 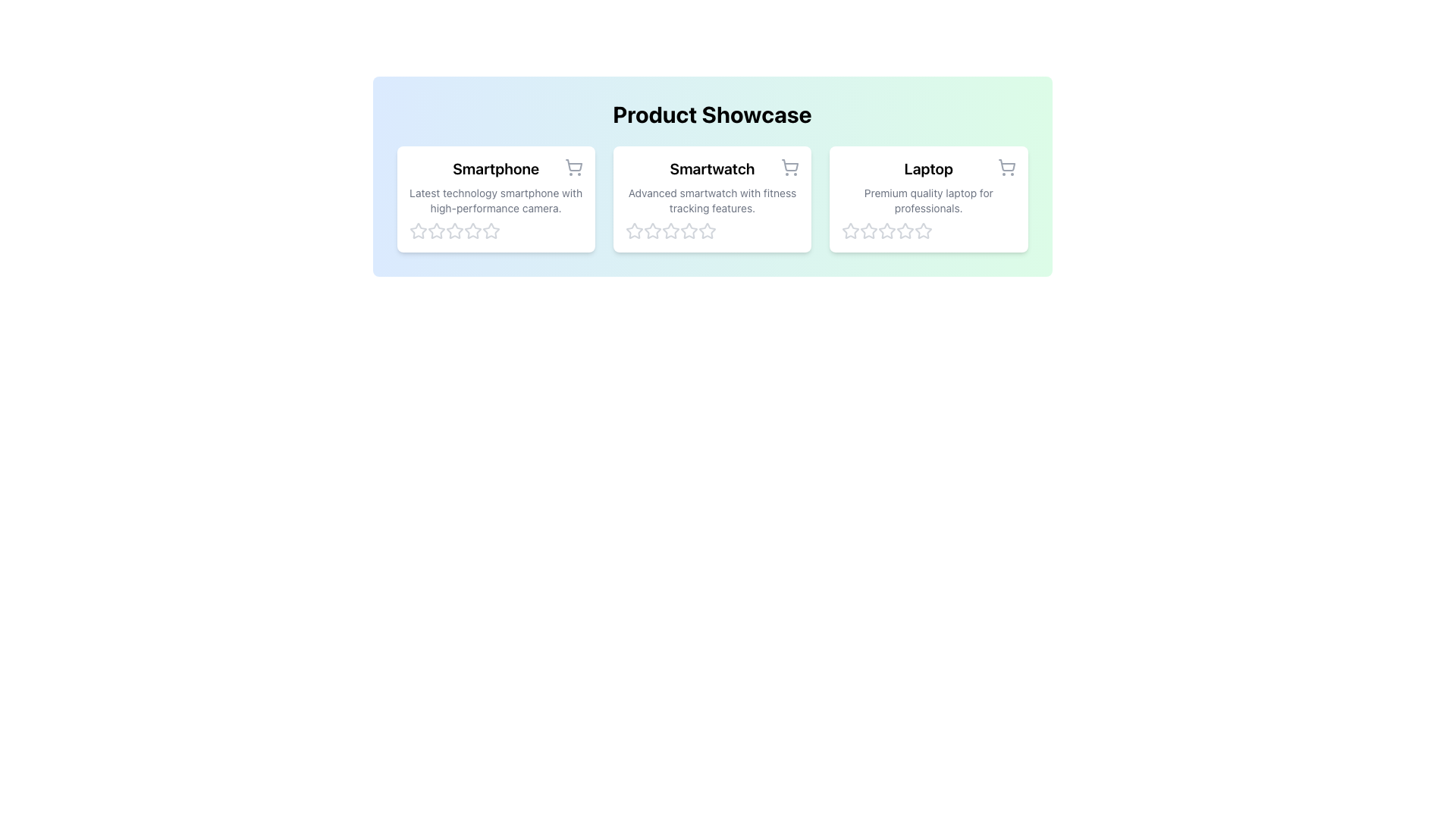 What do you see at coordinates (491, 231) in the screenshot?
I see `the fourth star icon in the star rating system under the 'Smartphone' product description` at bounding box center [491, 231].